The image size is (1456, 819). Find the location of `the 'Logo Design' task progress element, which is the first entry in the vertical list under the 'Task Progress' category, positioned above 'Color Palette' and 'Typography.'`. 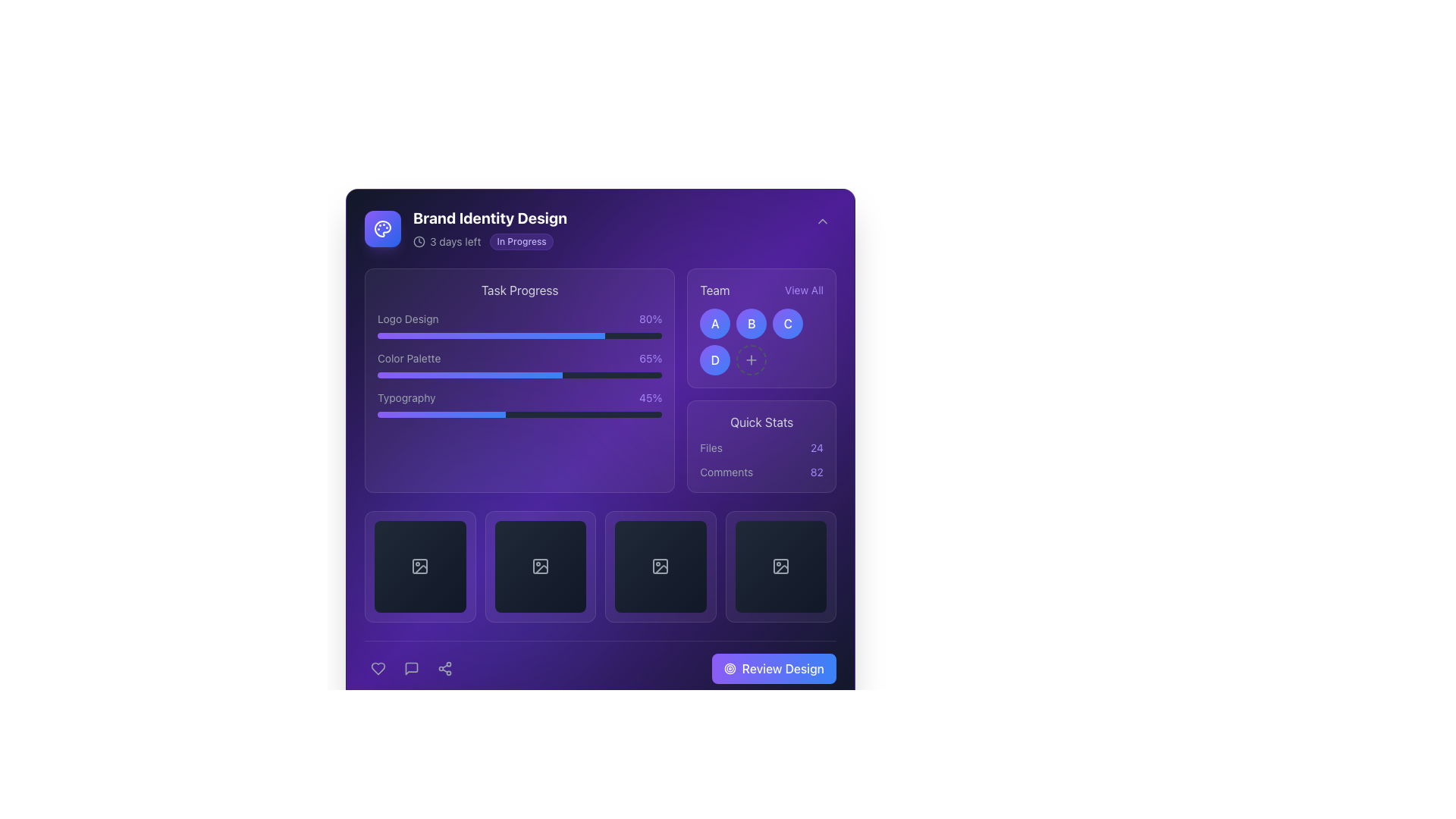

the 'Logo Design' task progress element, which is the first entry in the vertical list under the 'Task Progress' category, positioned above 'Color Palette' and 'Typography.' is located at coordinates (519, 318).